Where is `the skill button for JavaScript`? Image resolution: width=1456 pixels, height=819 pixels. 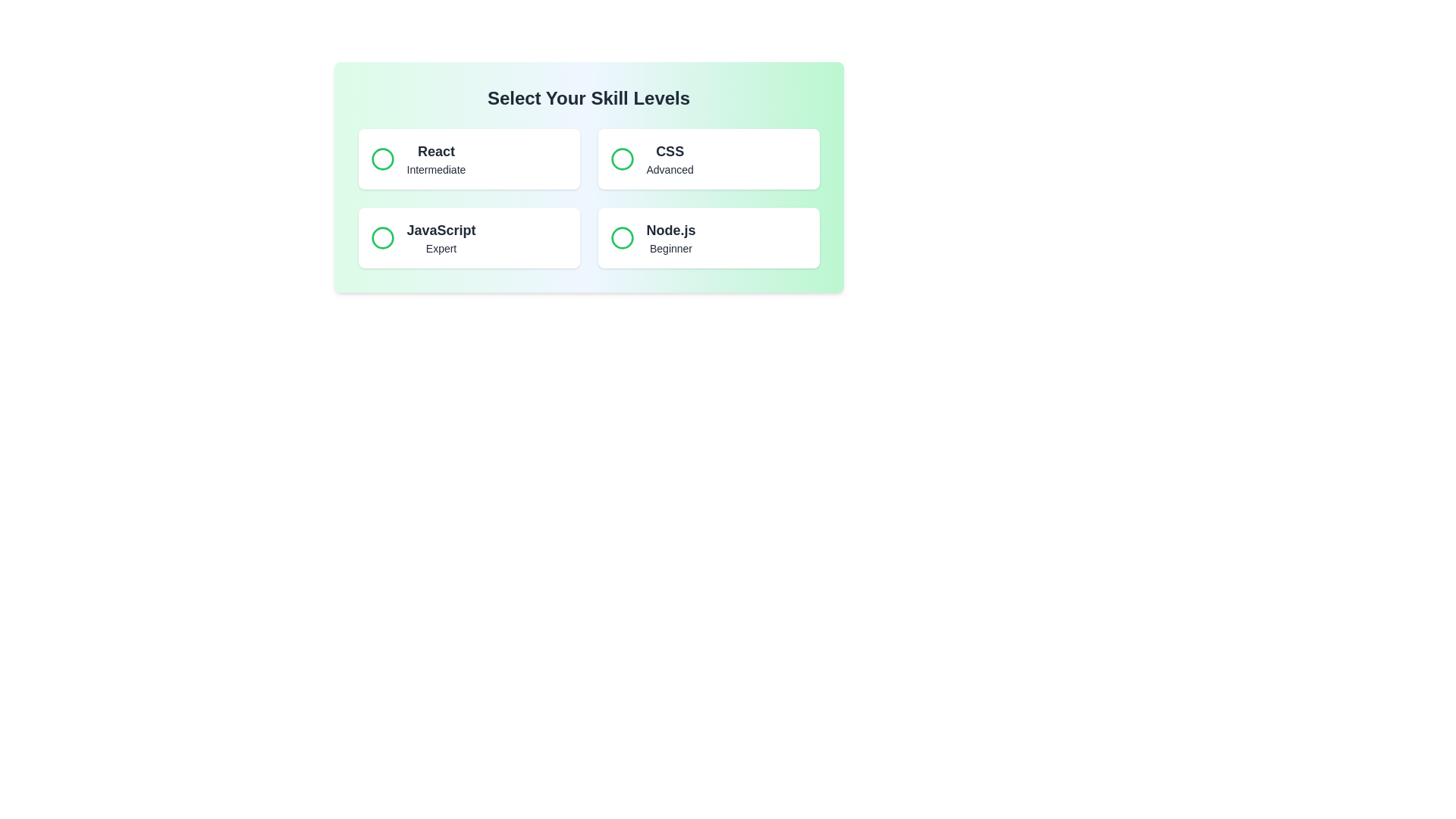 the skill button for JavaScript is located at coordinates (468, 237).